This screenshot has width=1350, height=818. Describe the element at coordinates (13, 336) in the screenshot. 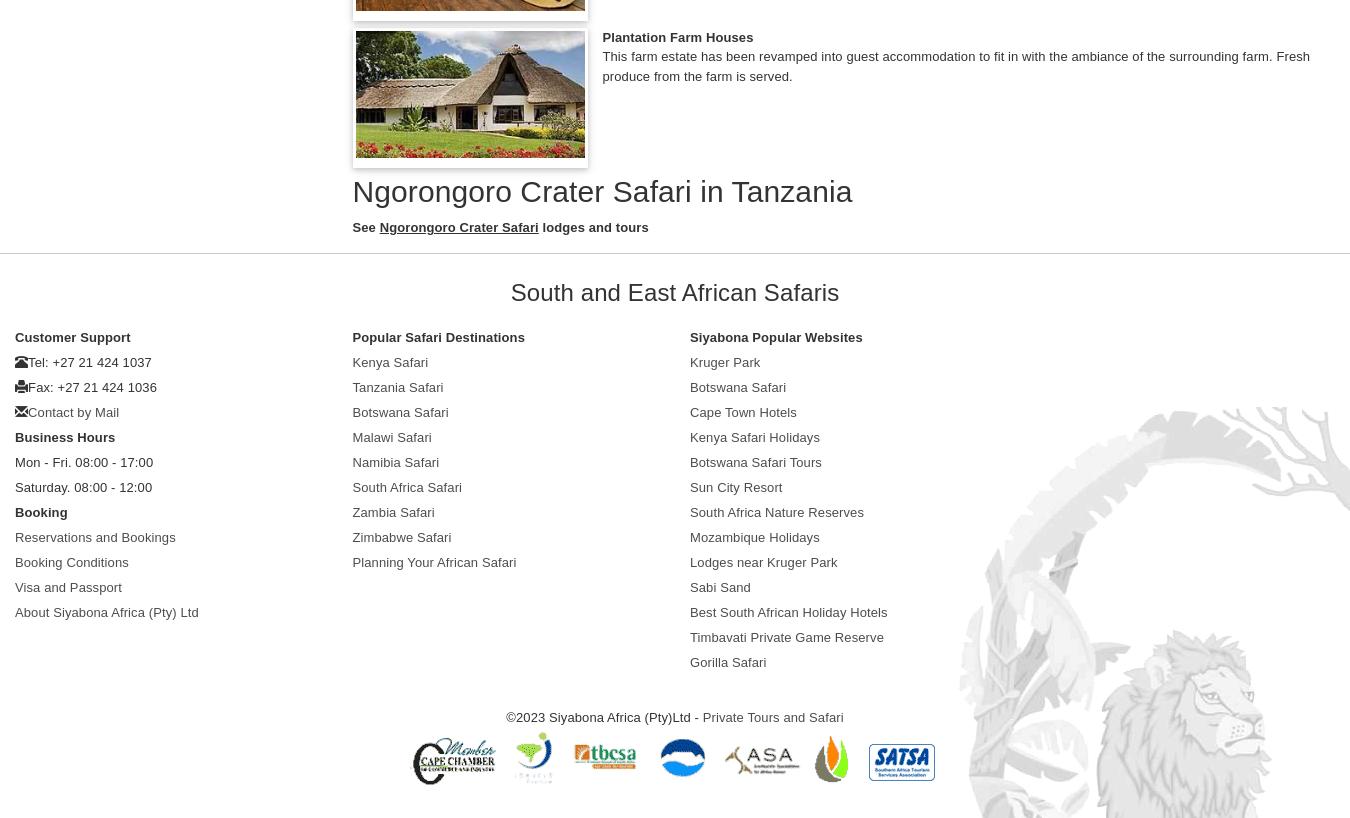

I see `'Customer Support'` at that location.